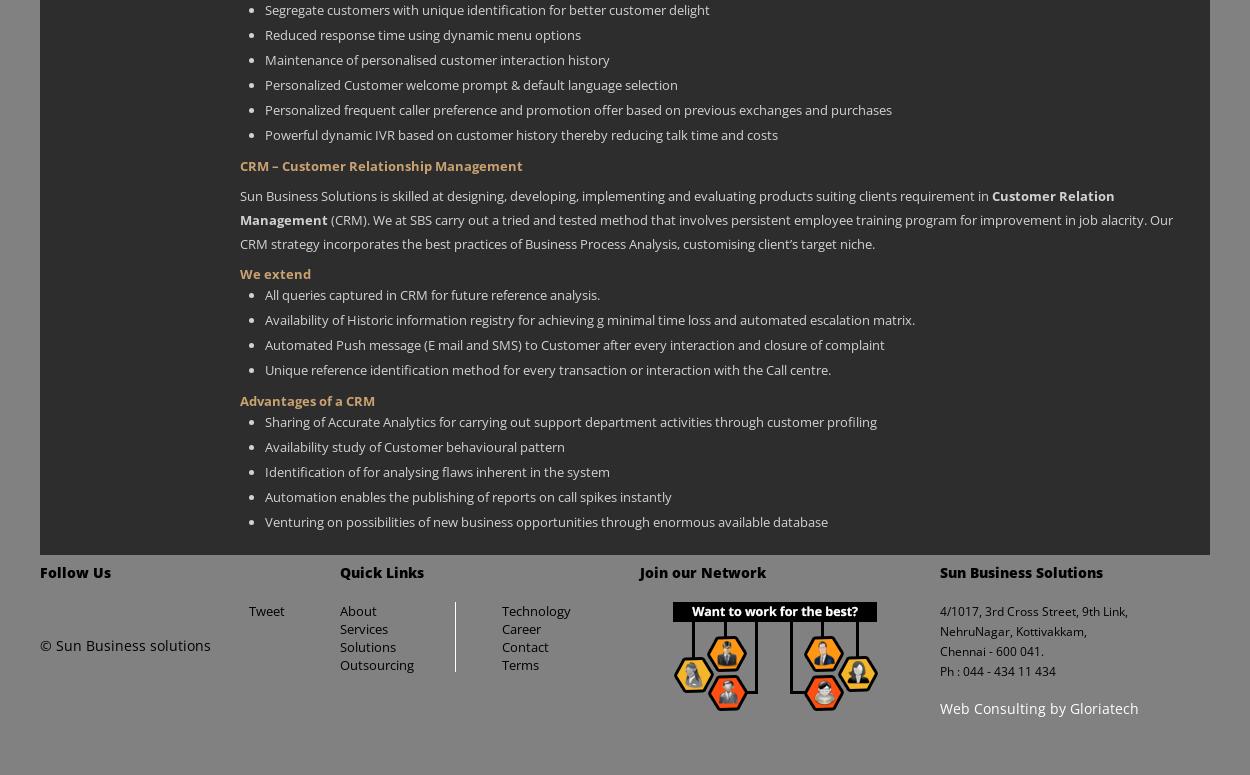 This screenshot has width=1250, height=775. What do you see at coordinates (991, 649) in the screenshot?
I see `'Chennai - 600 041.'` at bounding box center [991, 649].